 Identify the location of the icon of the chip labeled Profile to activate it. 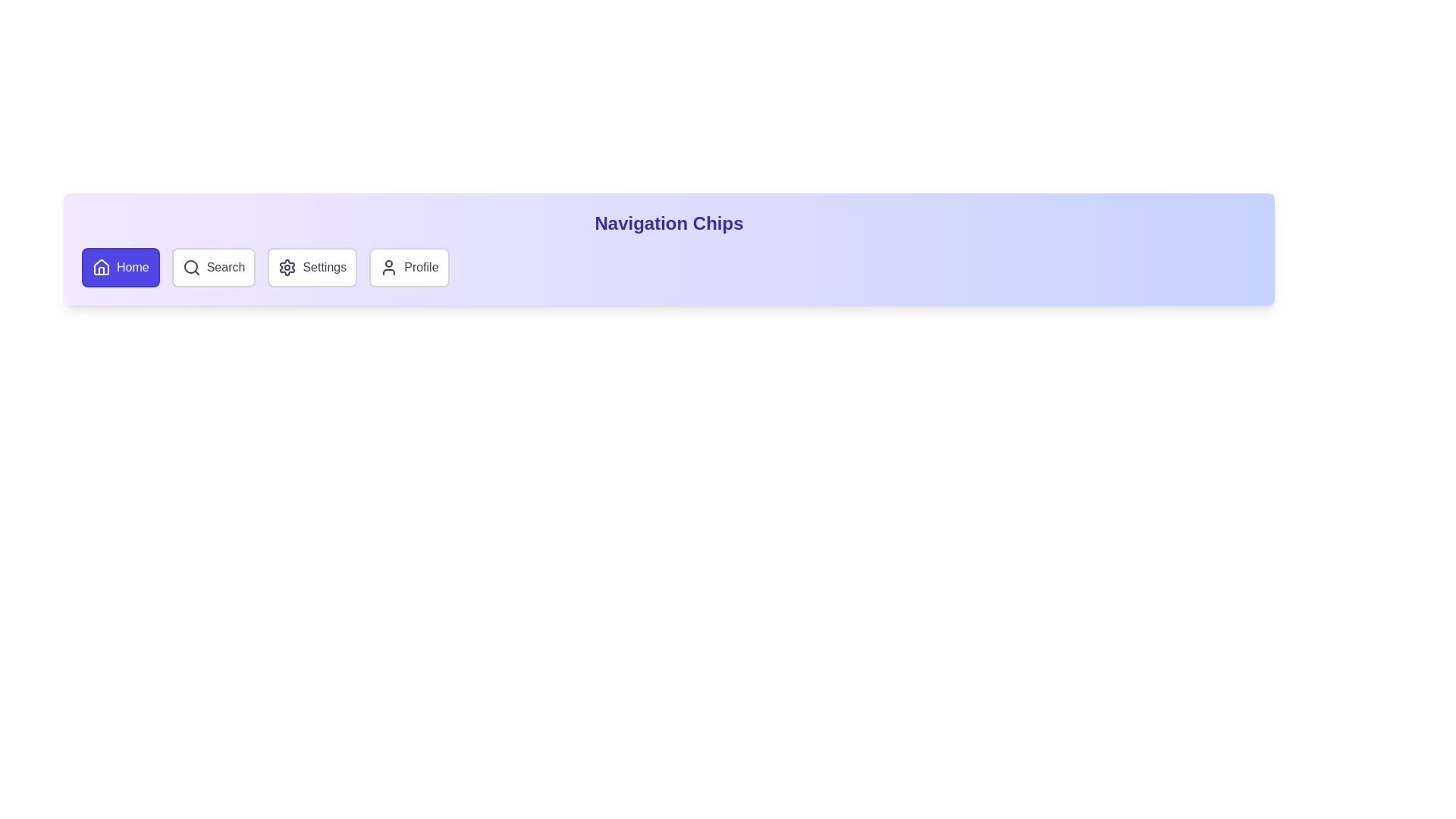
(389, 267).